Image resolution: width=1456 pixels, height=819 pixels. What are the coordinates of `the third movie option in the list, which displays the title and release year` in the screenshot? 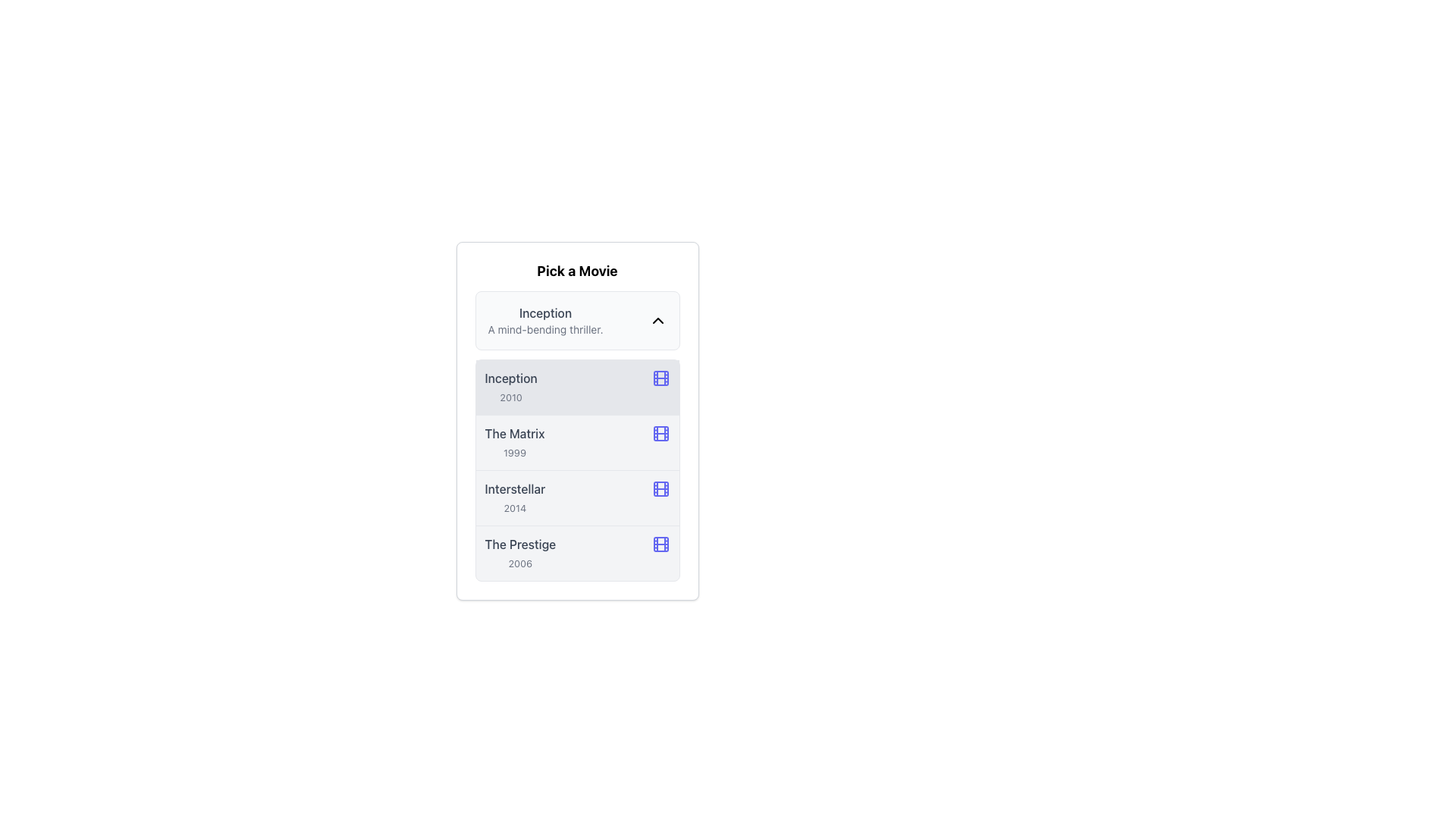 It's located at (576, 497).